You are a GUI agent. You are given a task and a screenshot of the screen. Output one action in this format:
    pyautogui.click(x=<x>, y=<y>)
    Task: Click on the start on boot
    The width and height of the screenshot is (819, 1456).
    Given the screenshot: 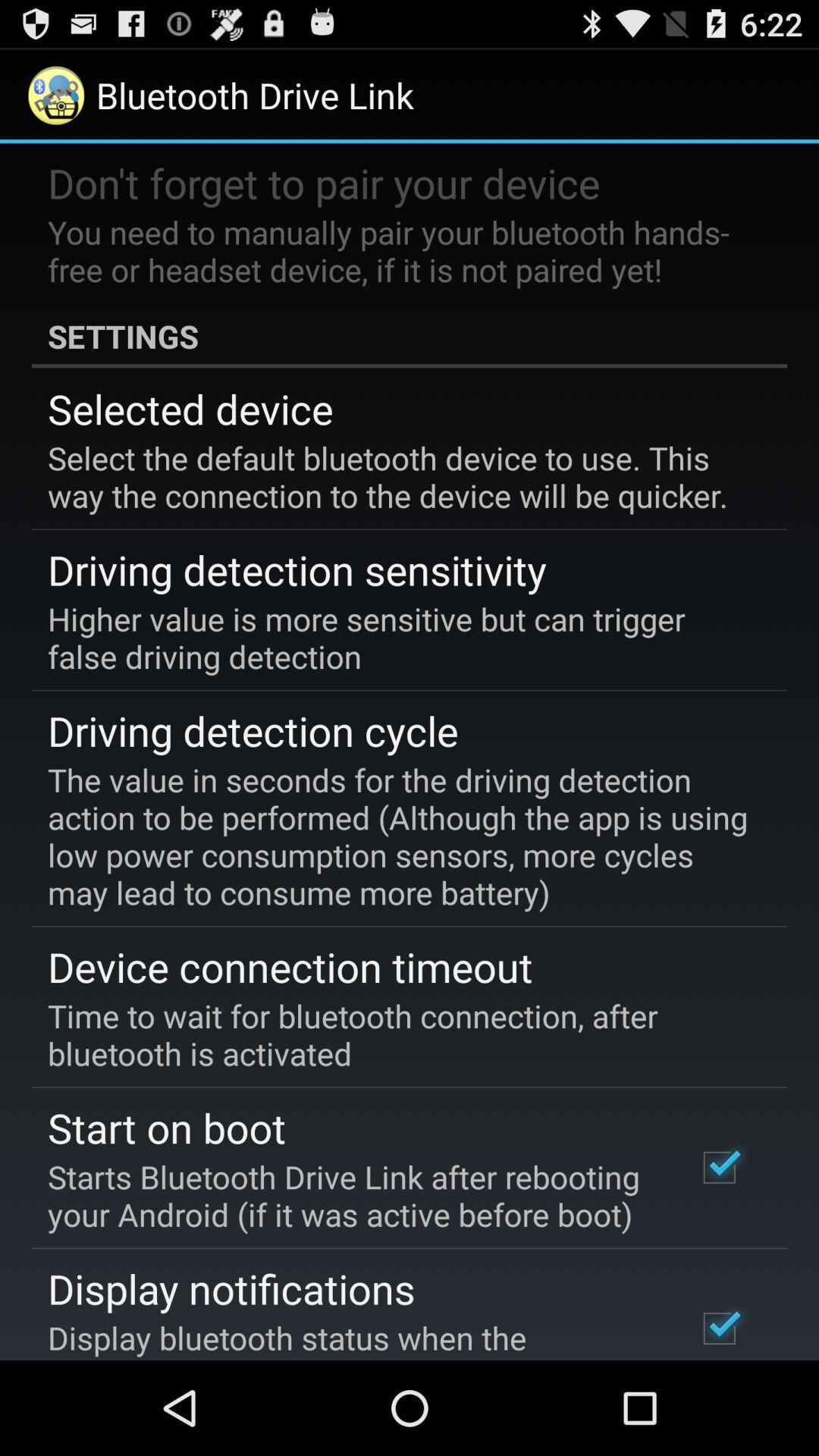 What is the action you would take?
    pyautogui.click(x=167, y=1127)
    